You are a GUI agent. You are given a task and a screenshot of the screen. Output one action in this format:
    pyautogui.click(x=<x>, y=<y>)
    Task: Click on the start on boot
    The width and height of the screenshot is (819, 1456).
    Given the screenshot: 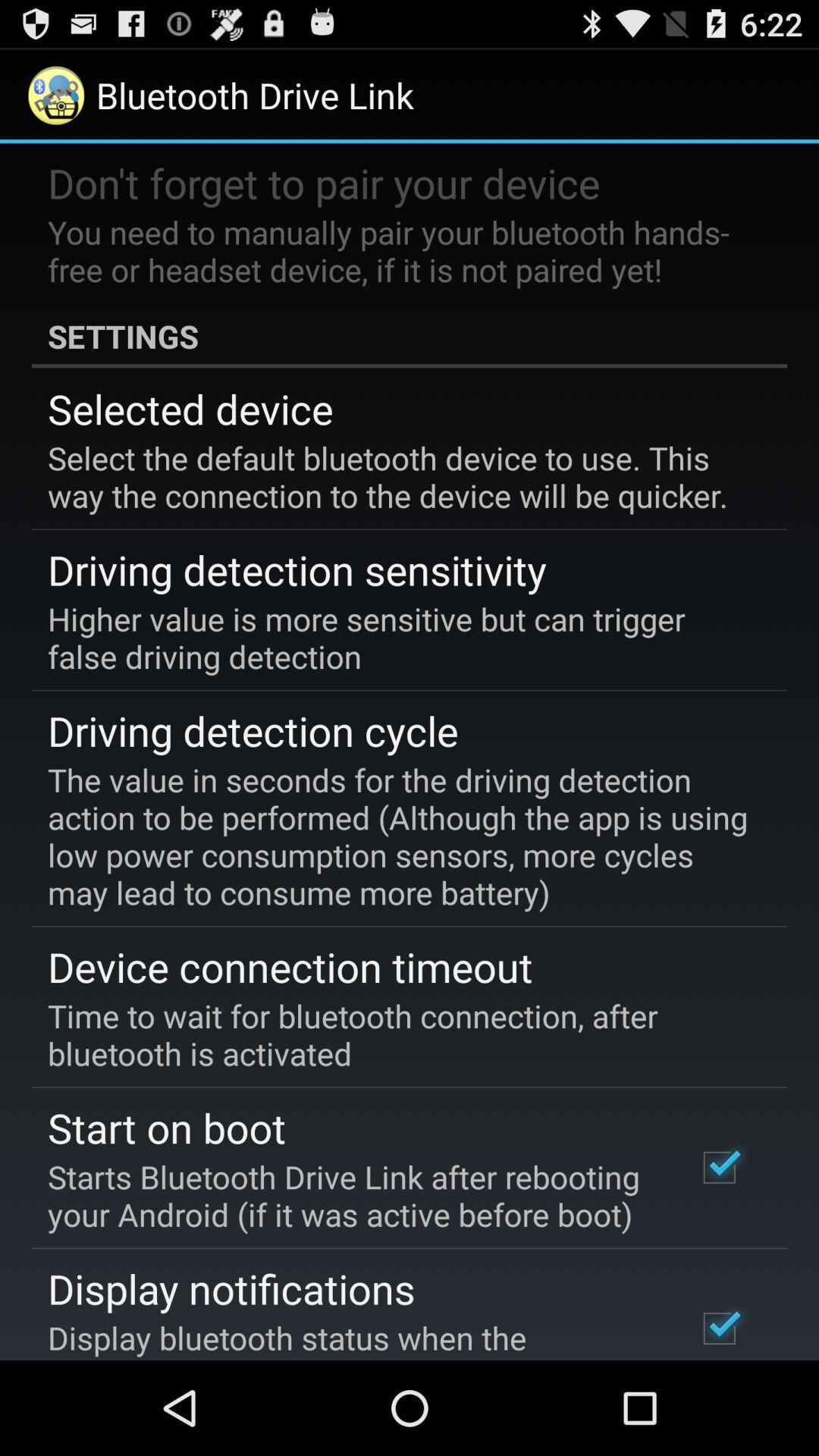 What is the action you would take?
    pyautogui.click(x=167, y=1127)
    